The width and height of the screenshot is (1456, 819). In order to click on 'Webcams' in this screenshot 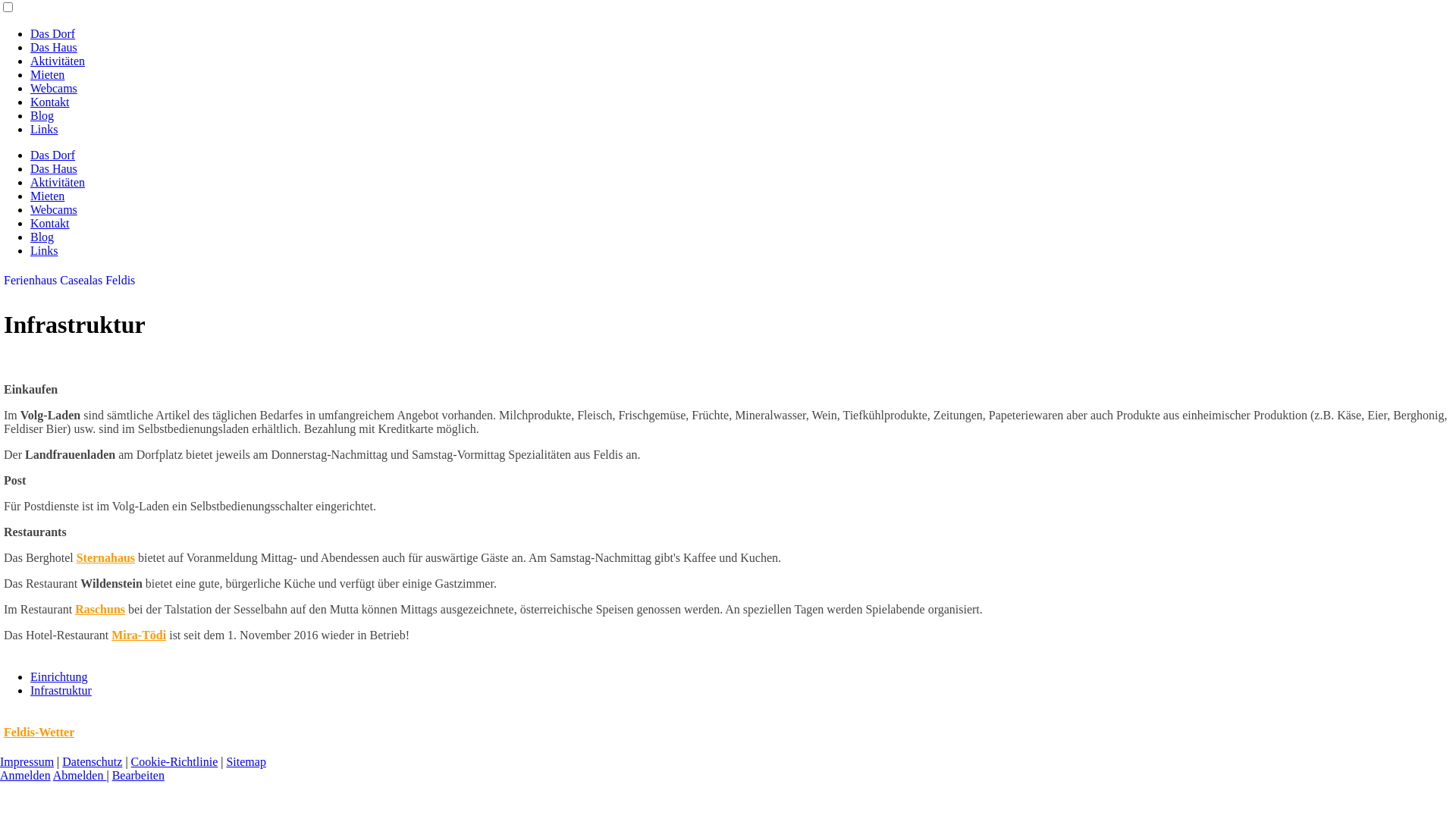, I will do `click(54, 209)`.